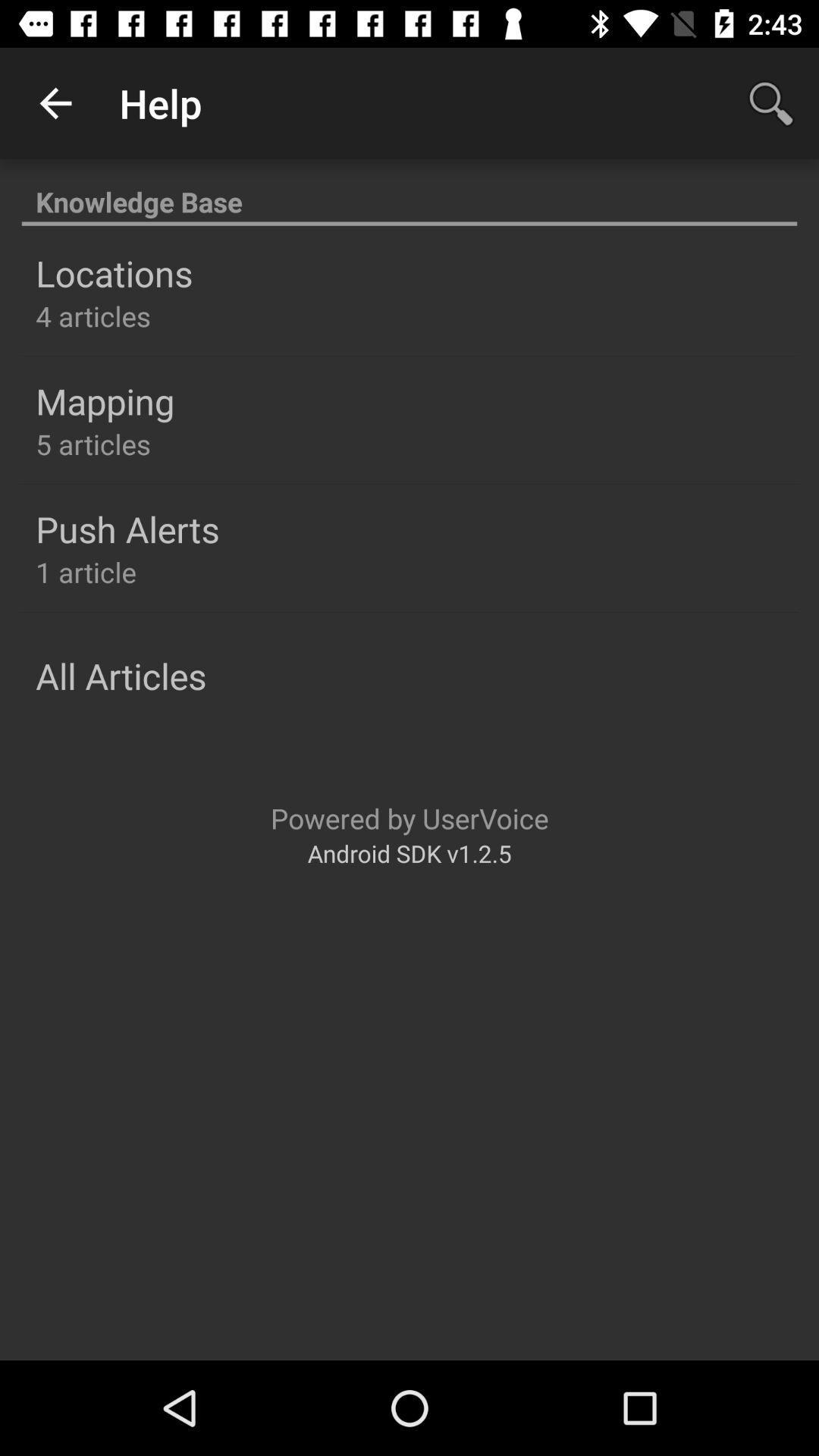  Describe the element at coordinates (113, 273) in the screenshot. I see `the icon below the knowledge base` at that location.